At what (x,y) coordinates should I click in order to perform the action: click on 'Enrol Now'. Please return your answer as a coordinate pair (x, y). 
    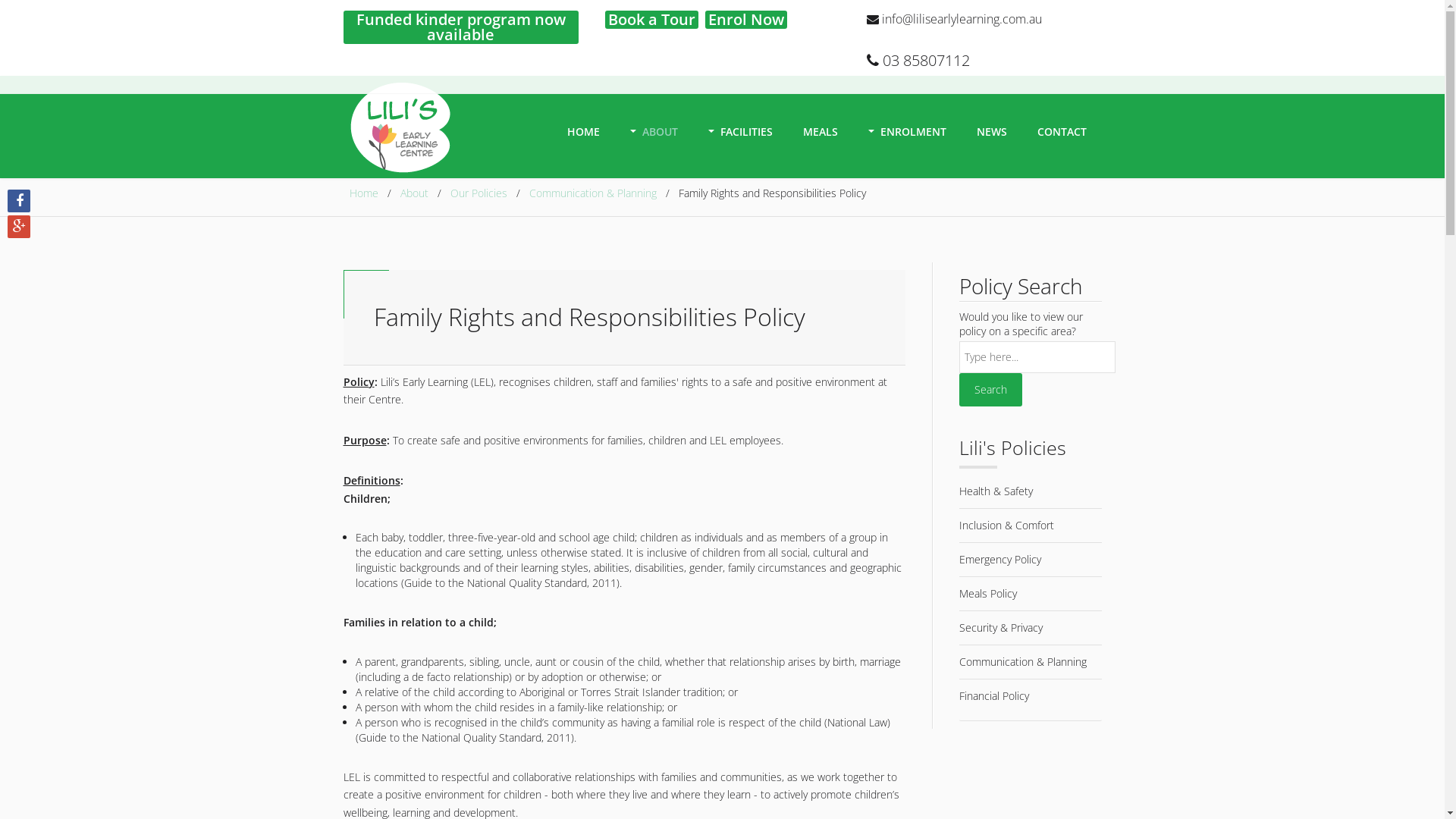
    Looking at the image, I should click on (745, 20).